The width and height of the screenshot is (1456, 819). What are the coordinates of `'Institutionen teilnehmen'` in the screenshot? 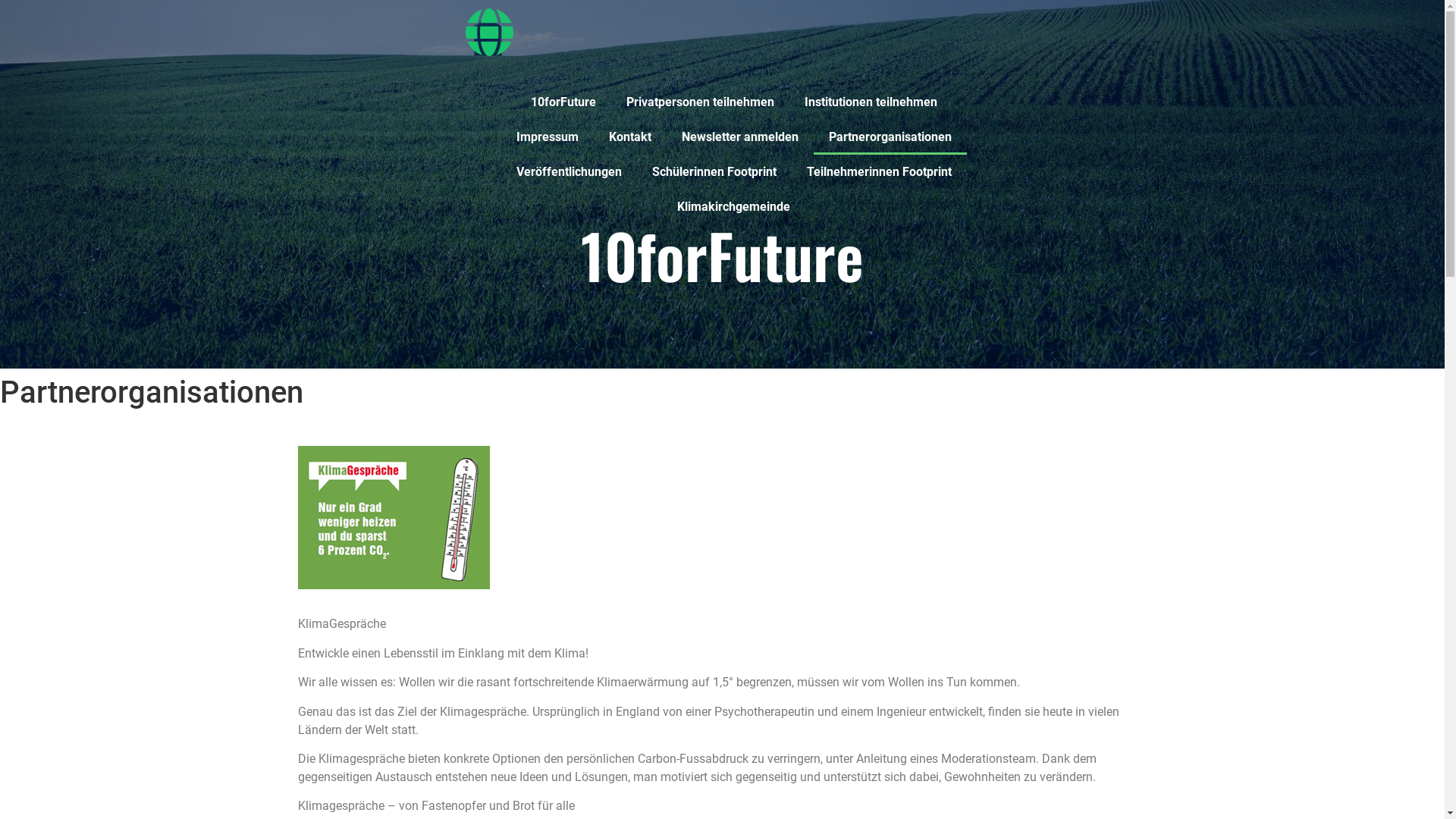 It's located at (870, 102).